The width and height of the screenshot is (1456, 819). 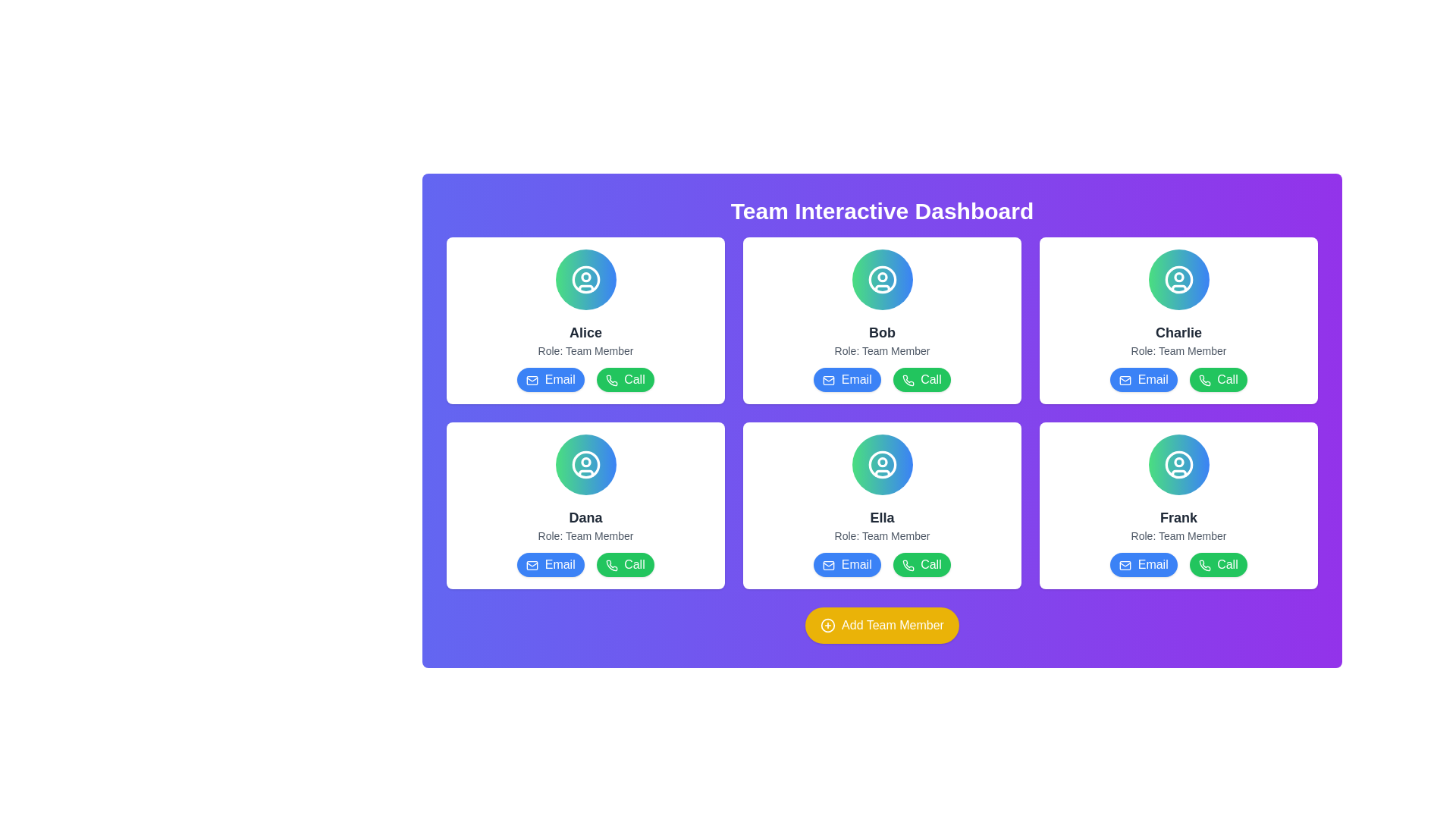 What do you see at coordinates (1218, 564) in the screenshot?
I see `the action button for team member 'Frank' located in the bottom-right corner of his card` at bounding box center [1218, 564].